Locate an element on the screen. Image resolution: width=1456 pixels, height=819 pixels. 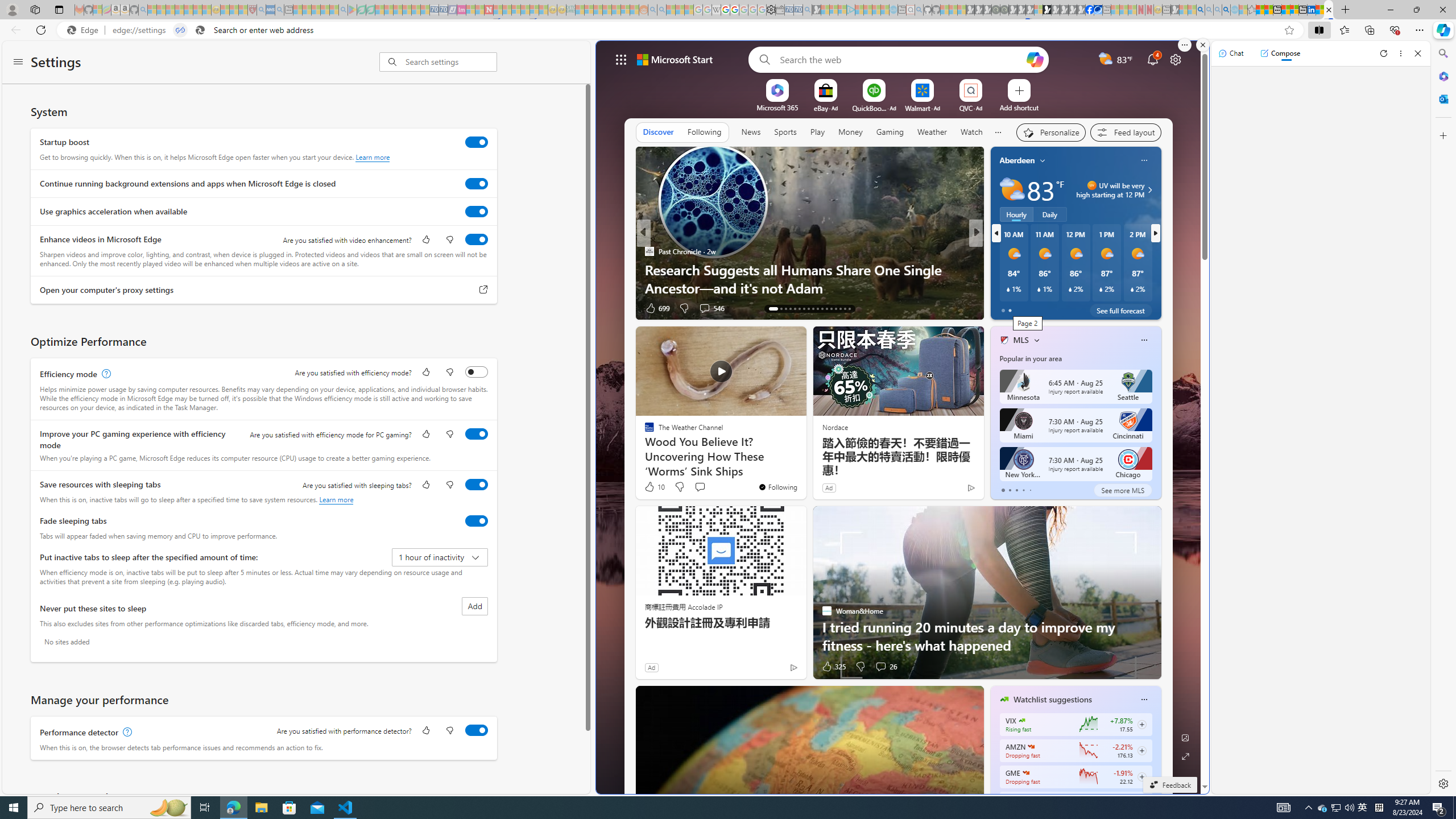
'tab-1' is located at coordinates (1009, 490).